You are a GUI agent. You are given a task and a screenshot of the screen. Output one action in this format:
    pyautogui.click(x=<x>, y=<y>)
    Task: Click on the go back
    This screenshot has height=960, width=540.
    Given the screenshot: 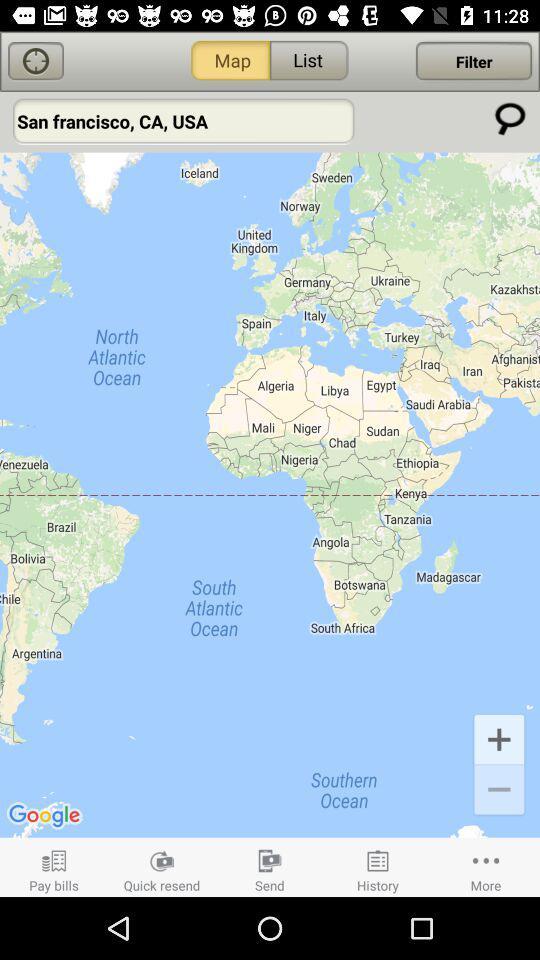 What is the action you would take?
    pyautogui.click(x=36, y=61)
    